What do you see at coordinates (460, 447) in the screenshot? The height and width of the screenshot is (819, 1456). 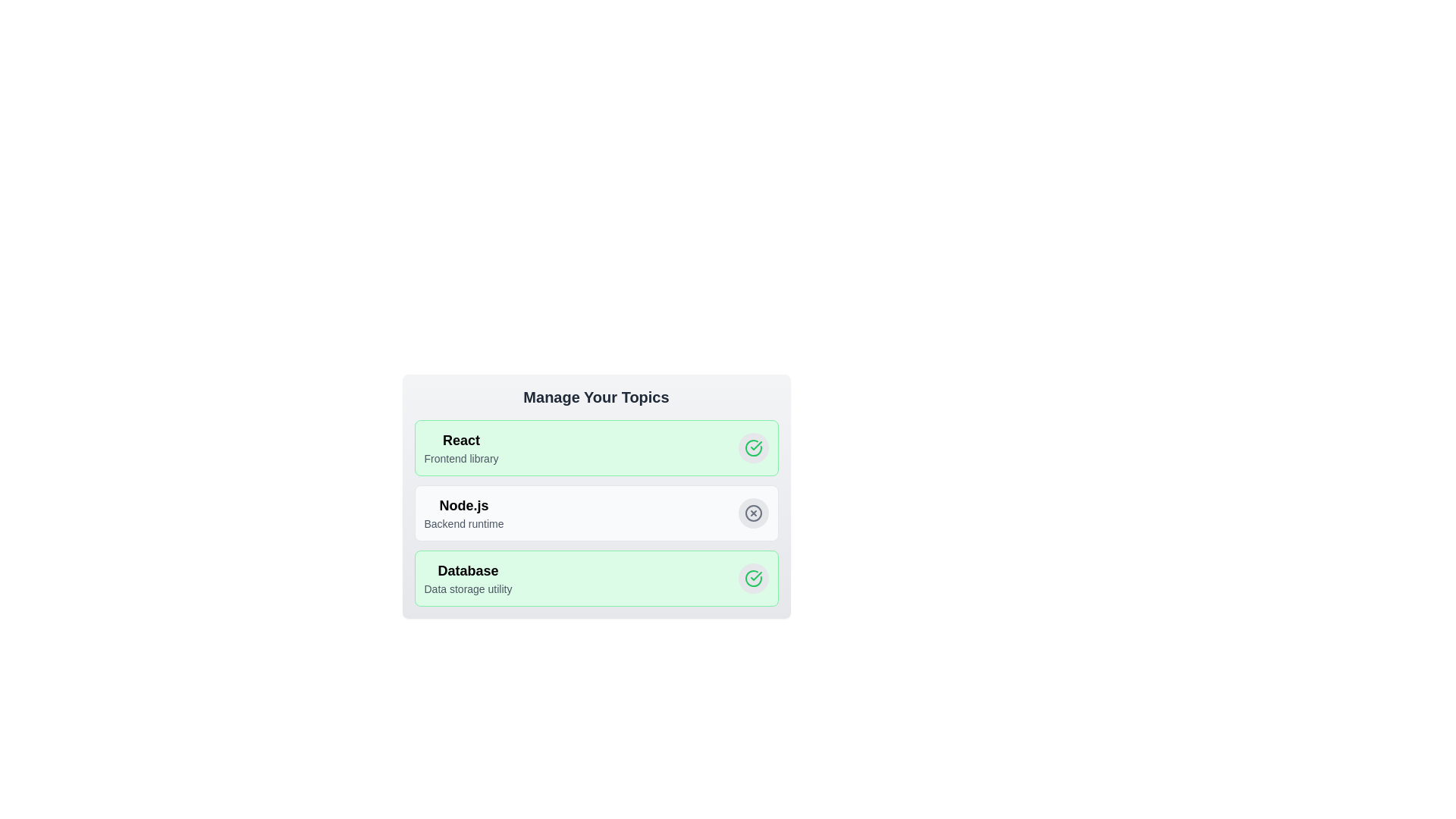 I see `the tag labeled React to observe its hover effect` at bounding box center [460, 447].